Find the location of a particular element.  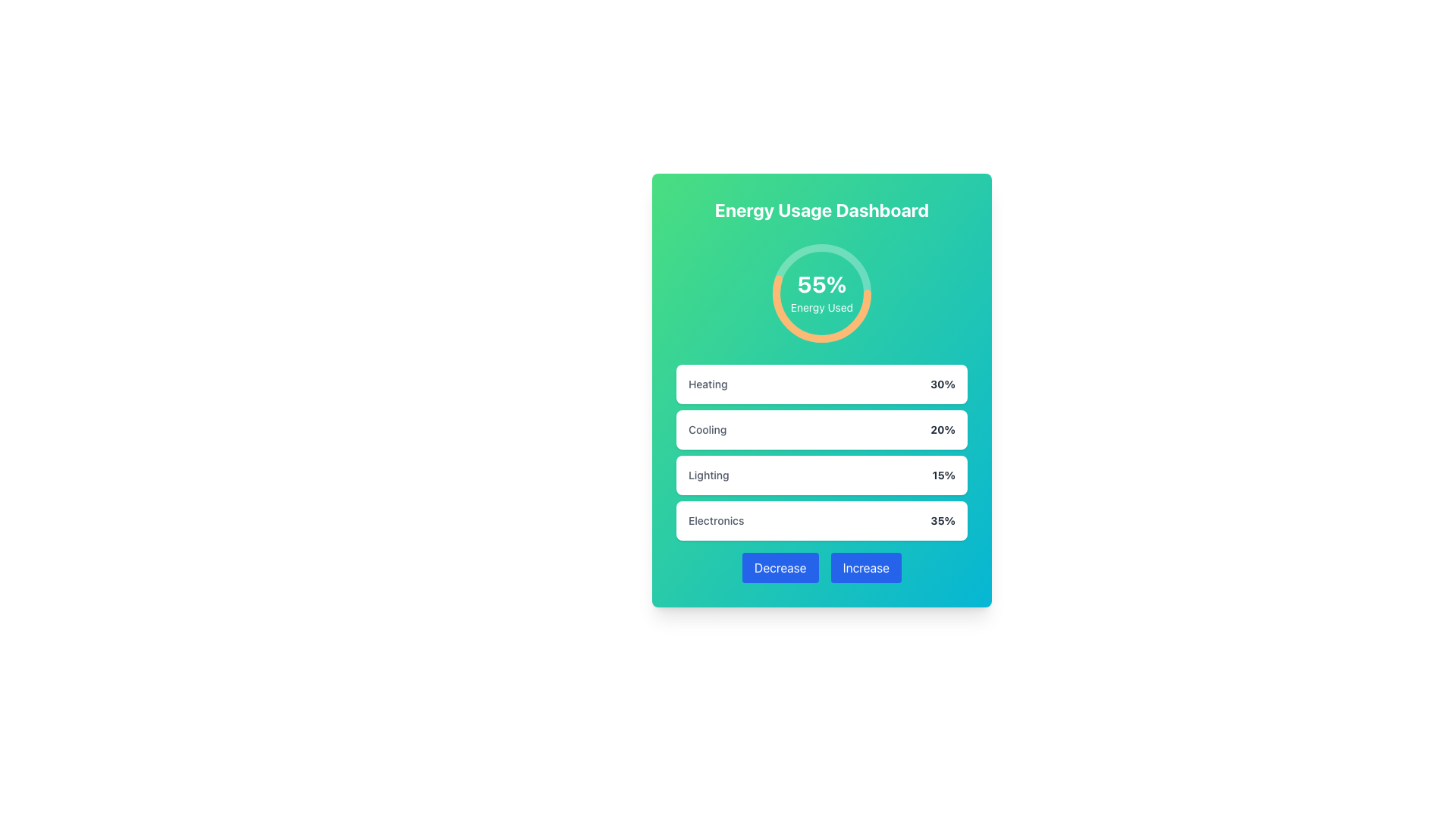

the bold text label displaying '15%' located to the right of 'Lighting' within its rectangular card is located at coordinates (943, 475).